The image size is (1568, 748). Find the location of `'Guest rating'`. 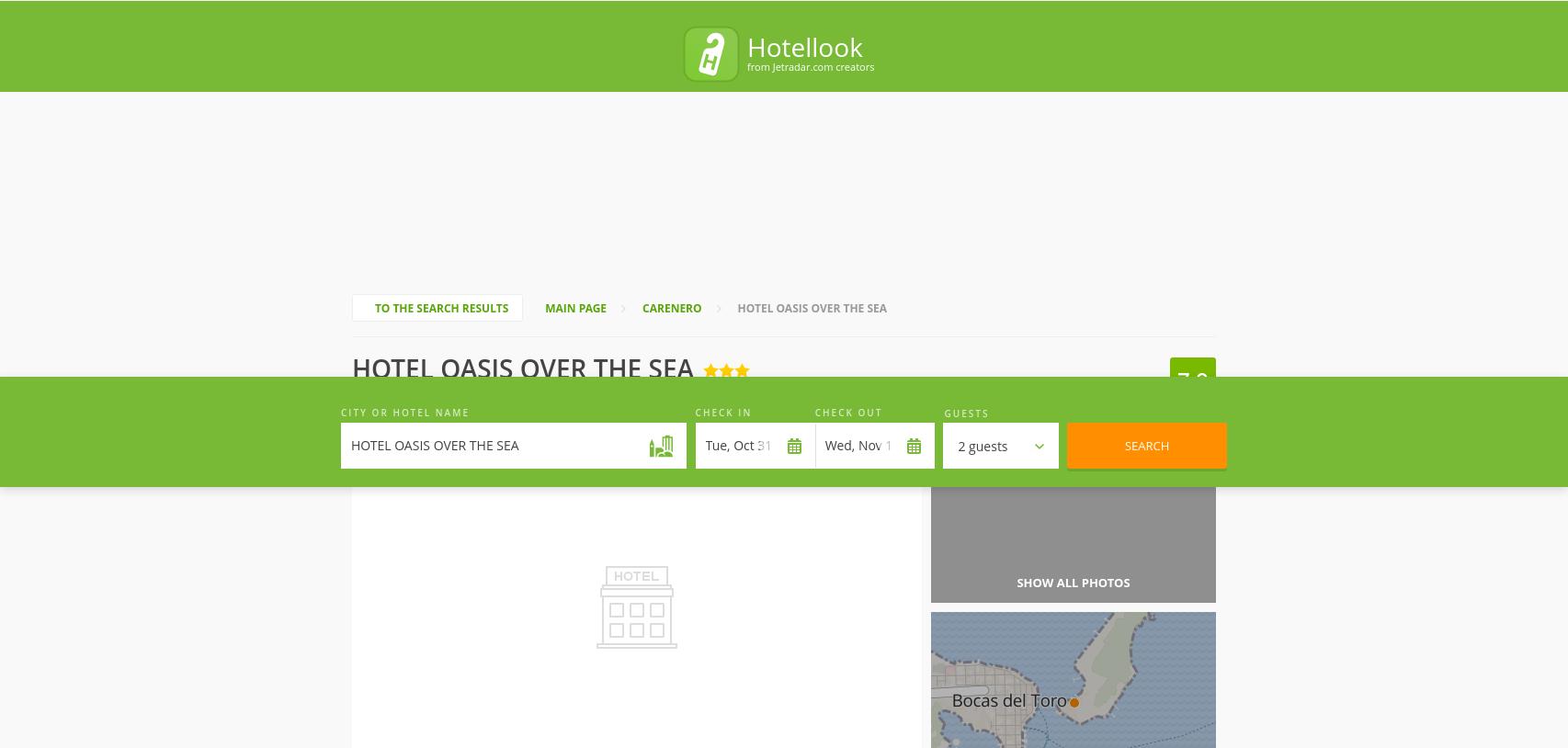

'Guest rating' is located at coordinates (1119, 12).